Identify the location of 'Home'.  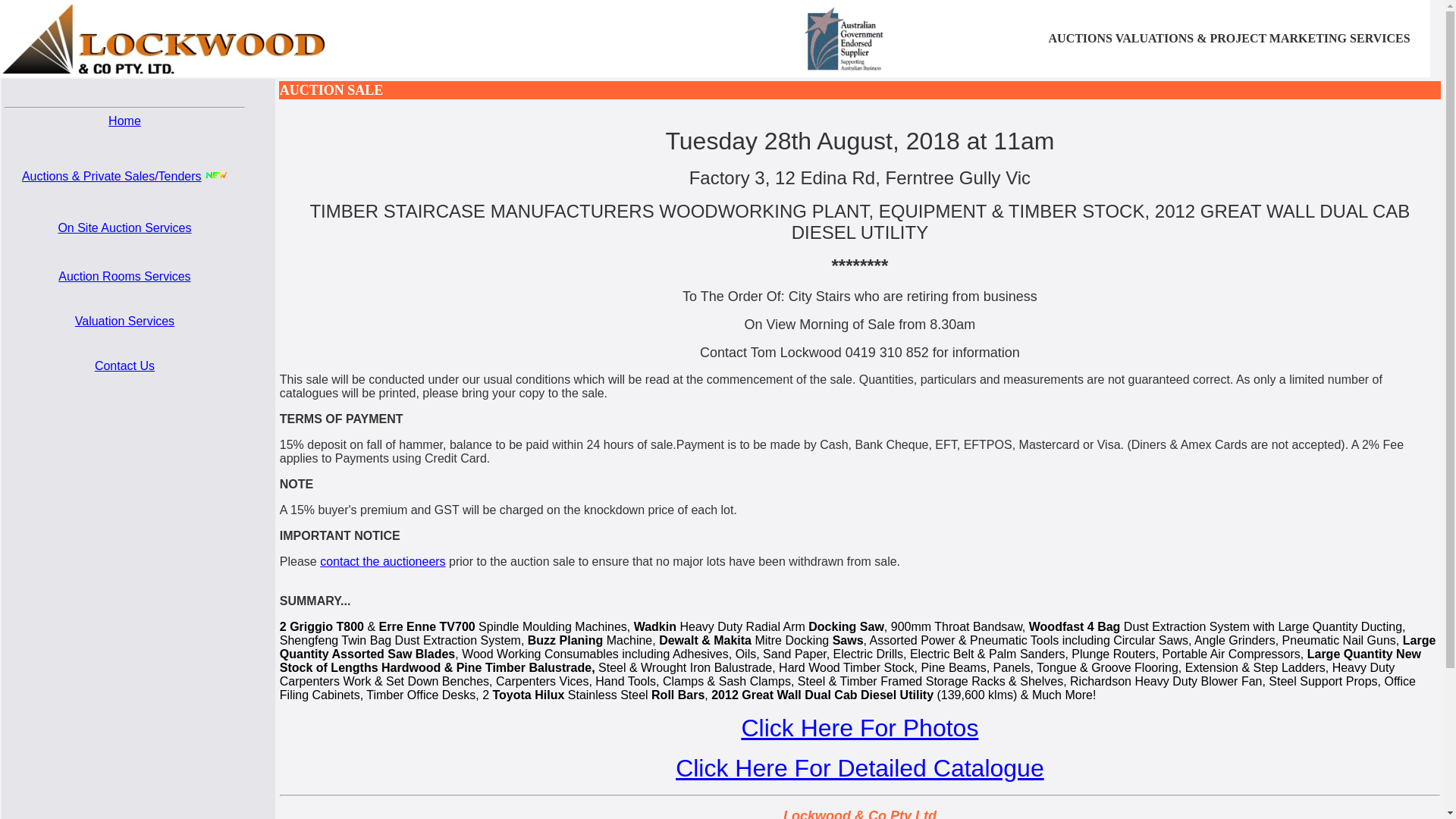
(124, 120).